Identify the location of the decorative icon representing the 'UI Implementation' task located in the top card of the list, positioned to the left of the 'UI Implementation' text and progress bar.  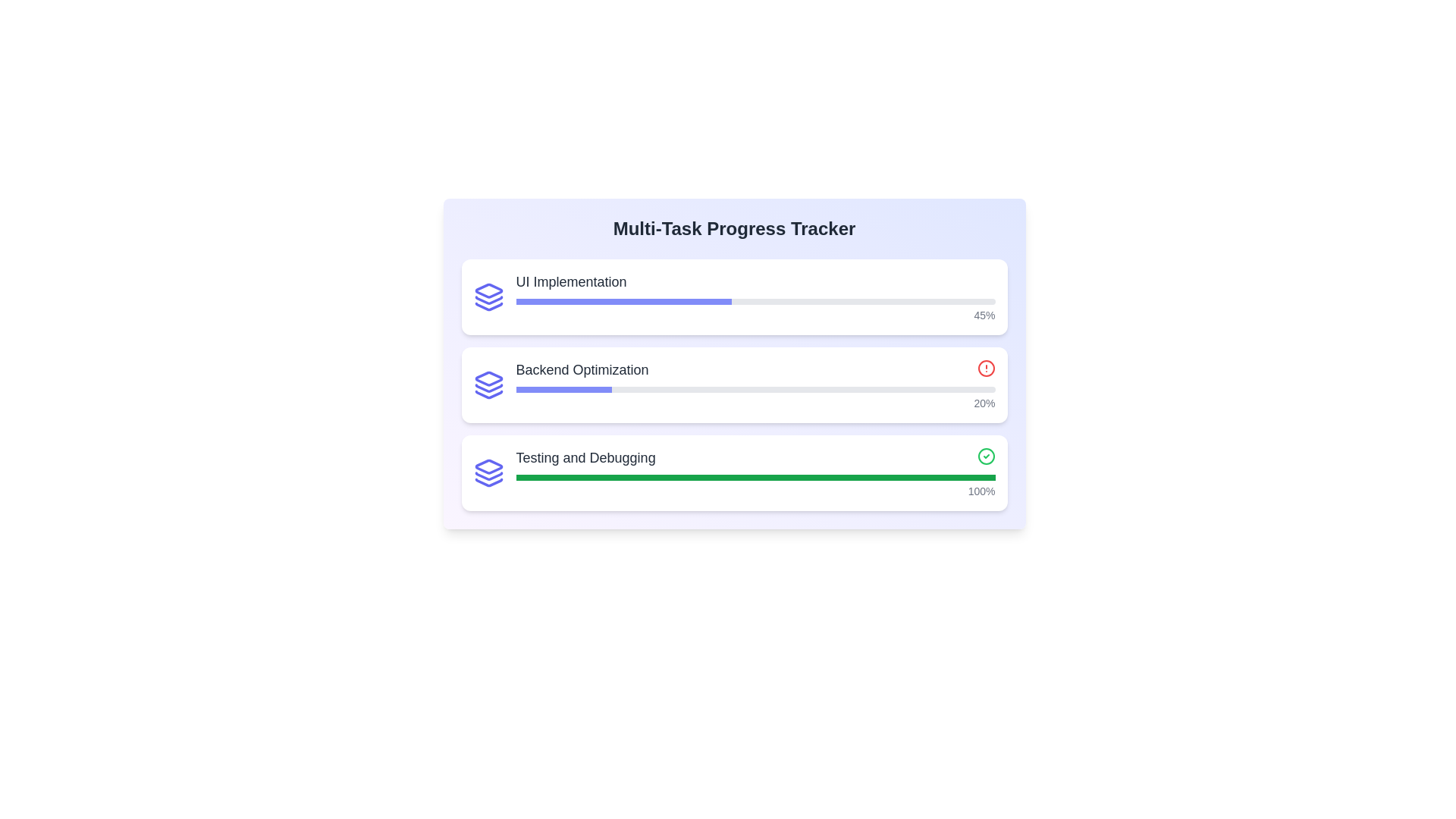
(488, 297).